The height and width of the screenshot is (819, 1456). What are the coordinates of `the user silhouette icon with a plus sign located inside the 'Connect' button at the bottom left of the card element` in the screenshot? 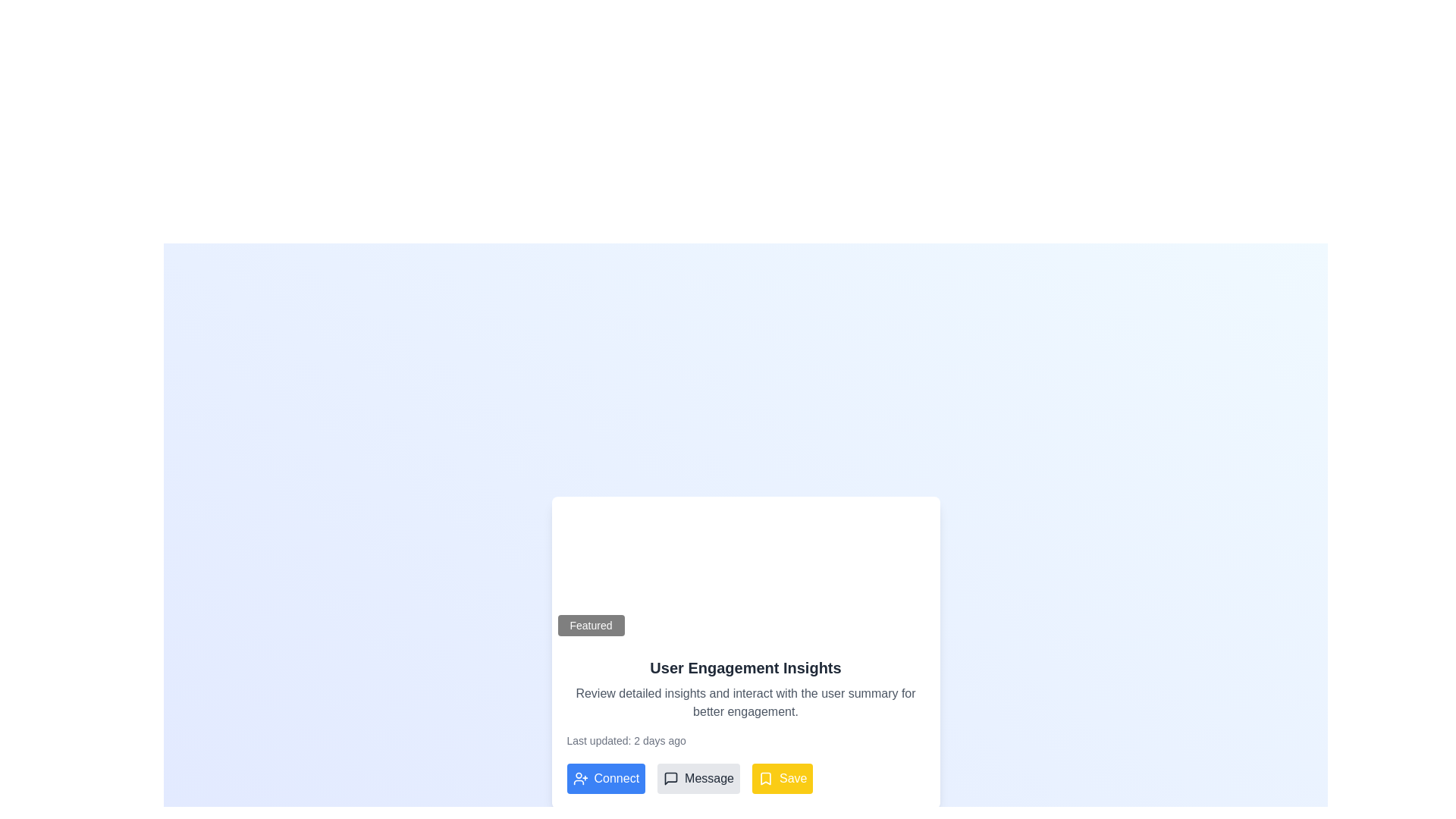 It's located at (579, 778).